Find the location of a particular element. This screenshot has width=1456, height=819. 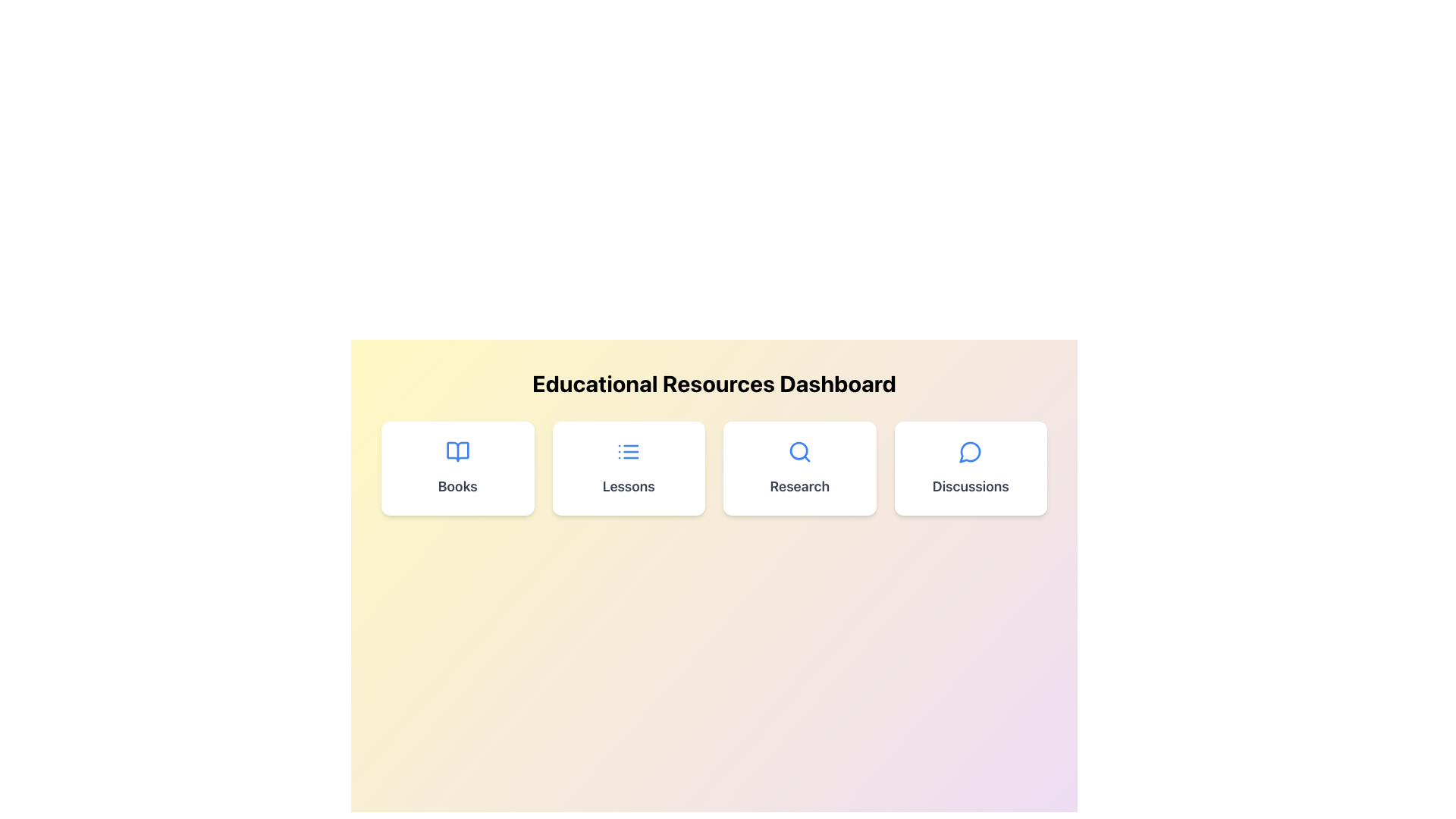

the magnifying glass icon representing the search functionality in the 'Research' section, located on the third card in a row of four cards is located at coordinates (799, 451).